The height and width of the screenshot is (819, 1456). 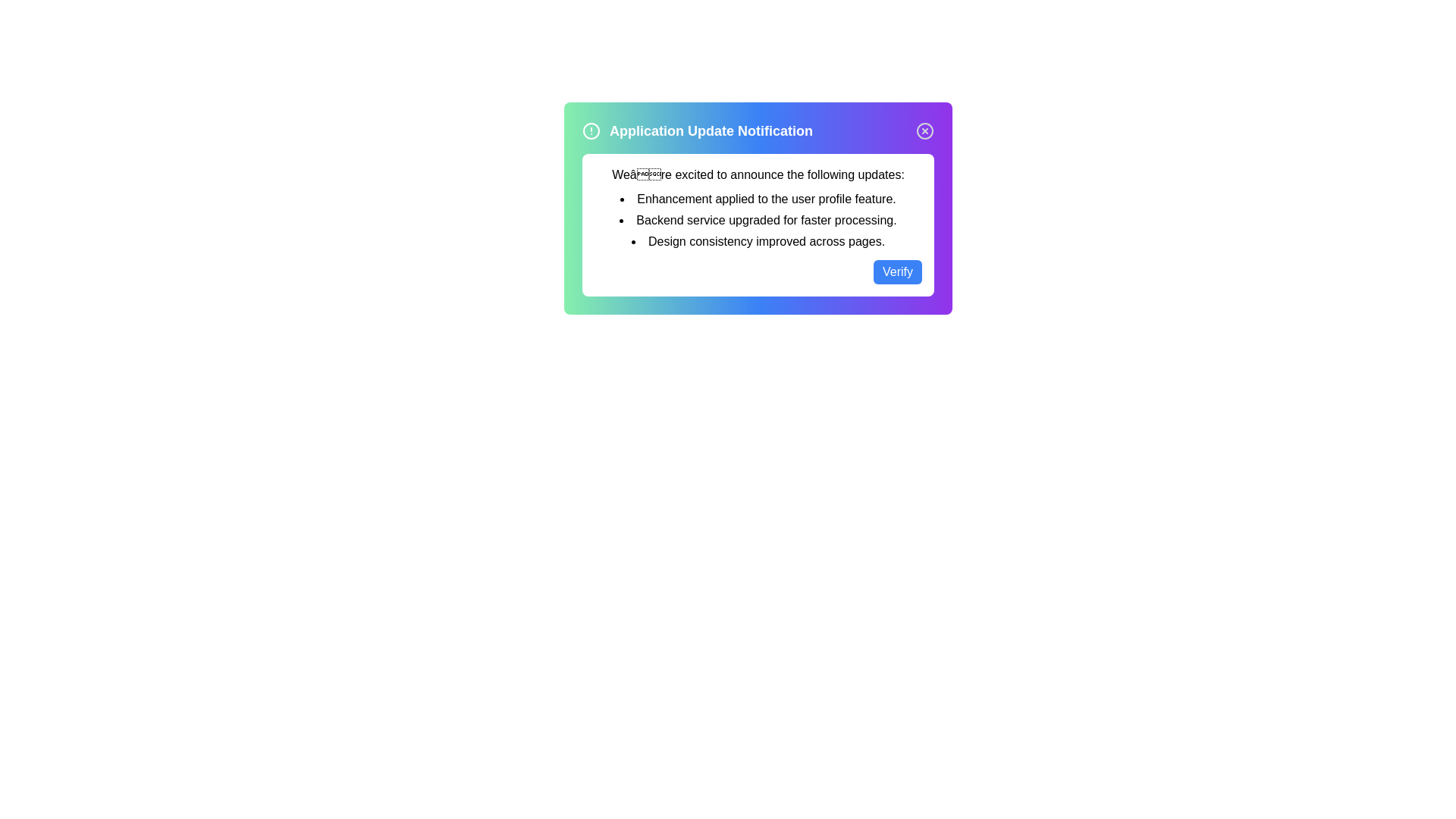 I want to click on close button to collapse the notification, so click(x=924, y=130).